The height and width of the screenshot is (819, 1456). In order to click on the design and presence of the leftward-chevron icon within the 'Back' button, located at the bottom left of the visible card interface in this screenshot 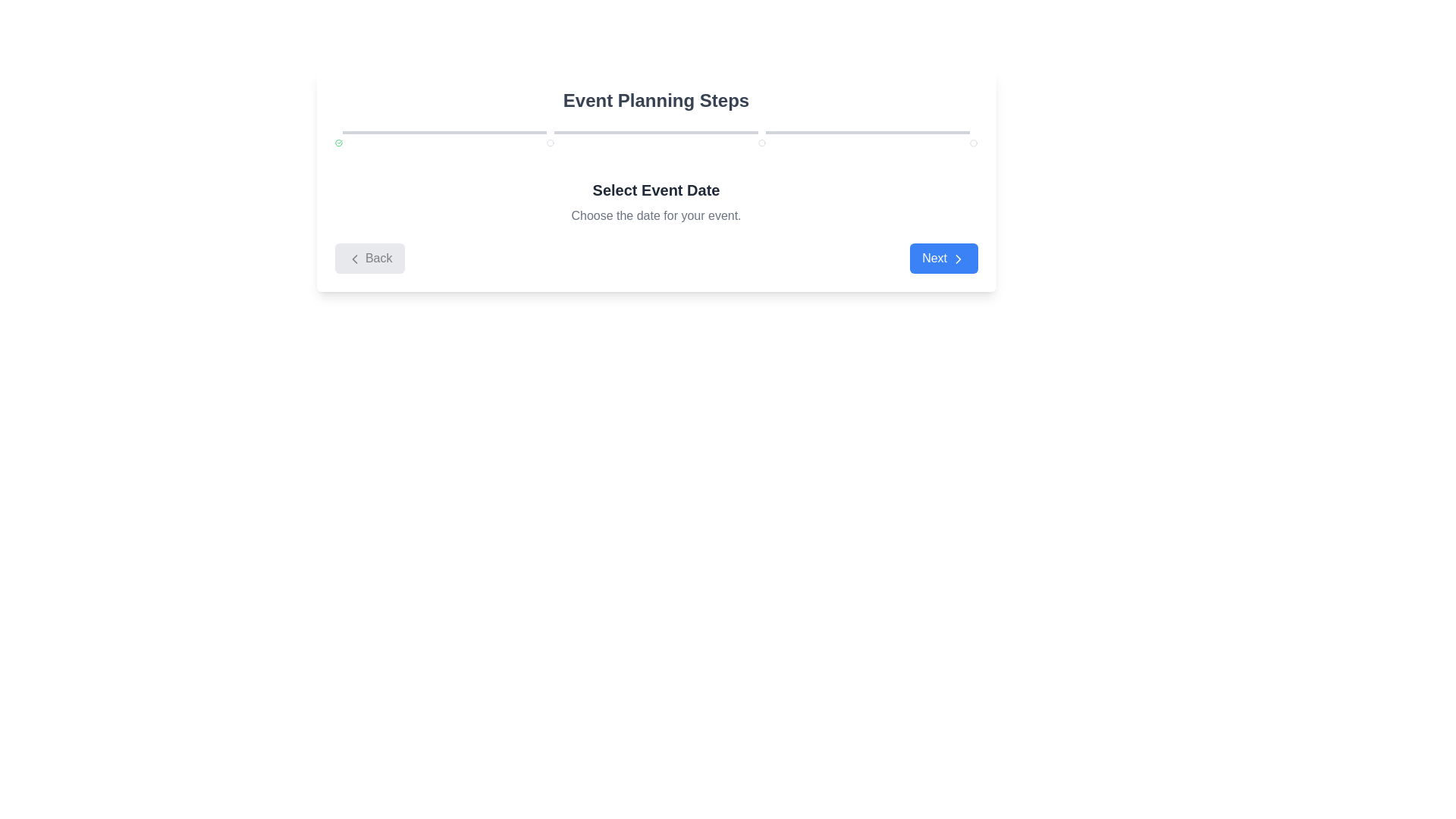, I will do `click(353, 258)`.